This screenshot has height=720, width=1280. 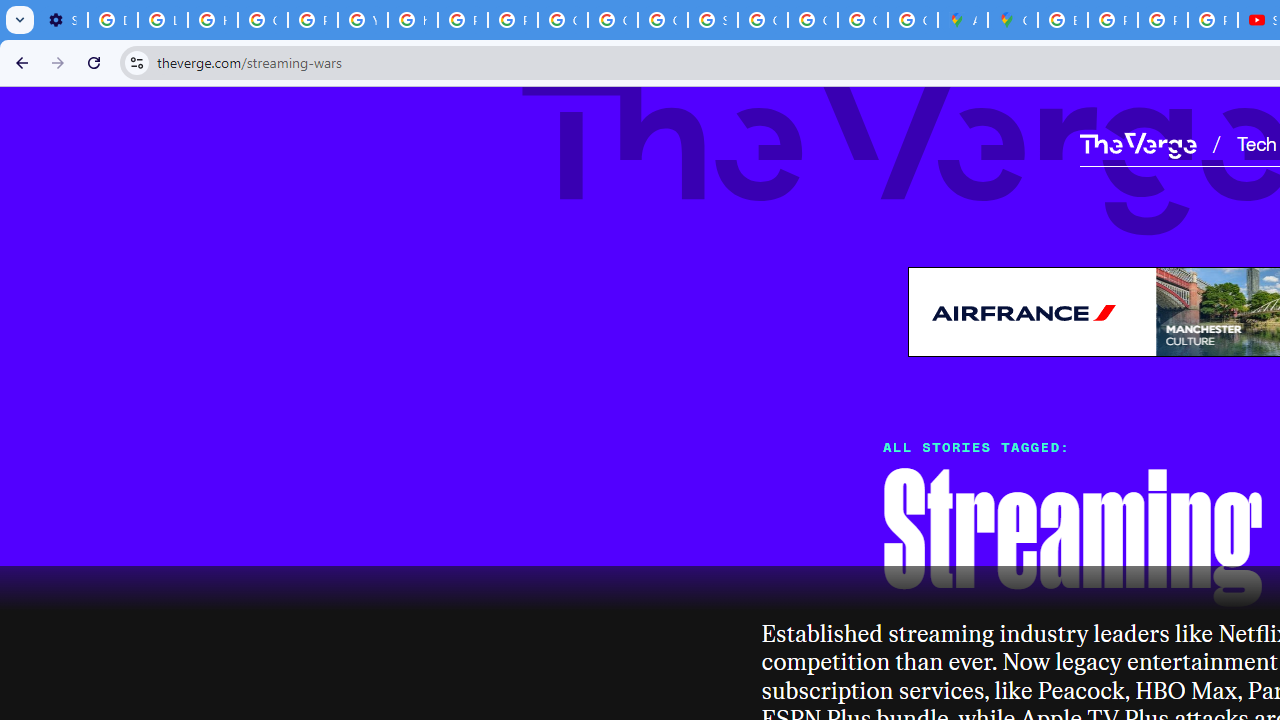 What do you see at coordinates (411, 20) in the screenshot?
I see `'https://scholar.google.com/'` at bounding box center [411, 20].